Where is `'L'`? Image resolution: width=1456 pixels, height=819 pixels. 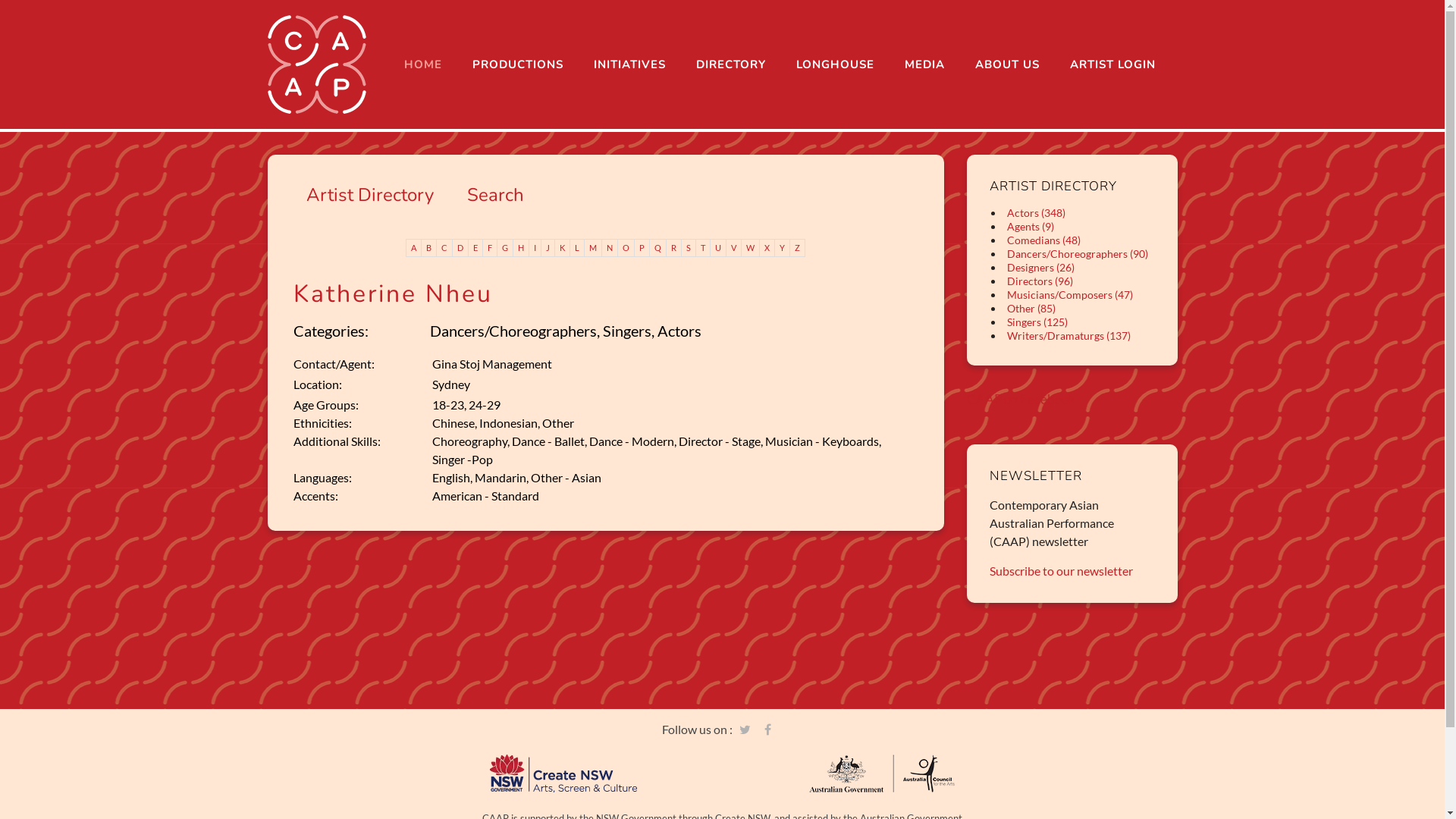 'L' is located at coordinates (576, 247).